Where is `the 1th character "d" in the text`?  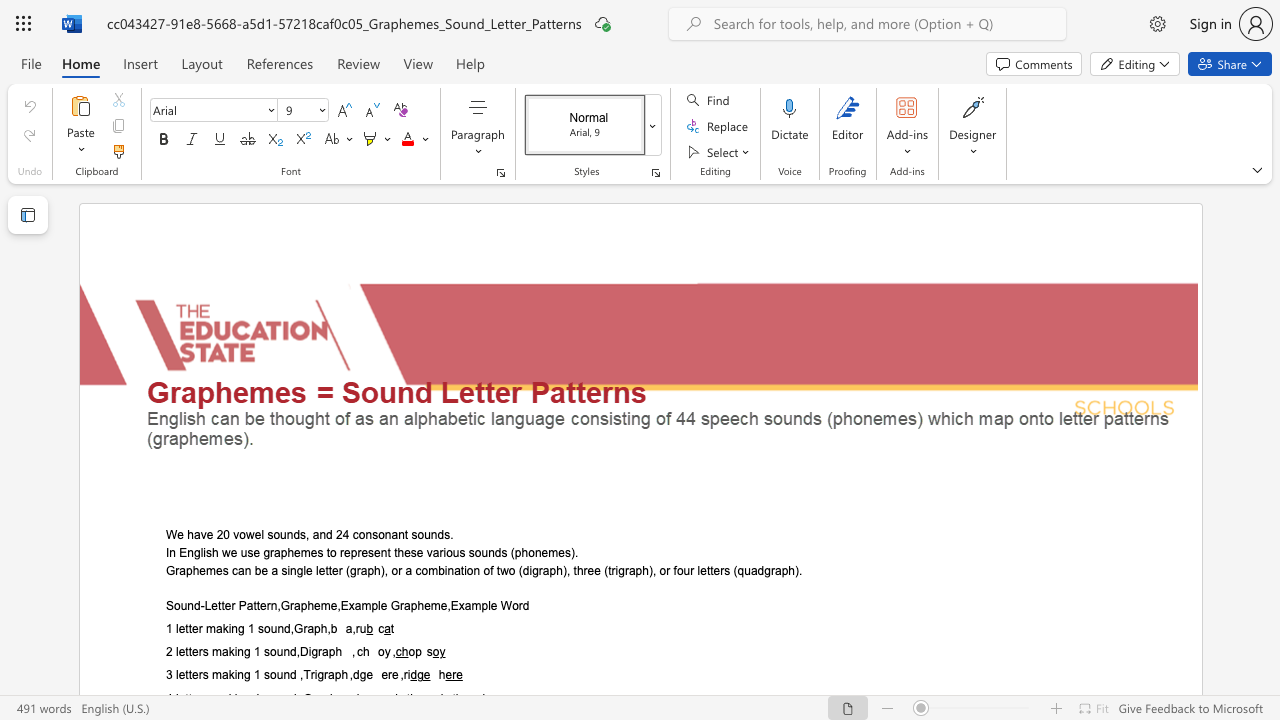
the 1th character "d" in the text is located at coordinates (292, 652).